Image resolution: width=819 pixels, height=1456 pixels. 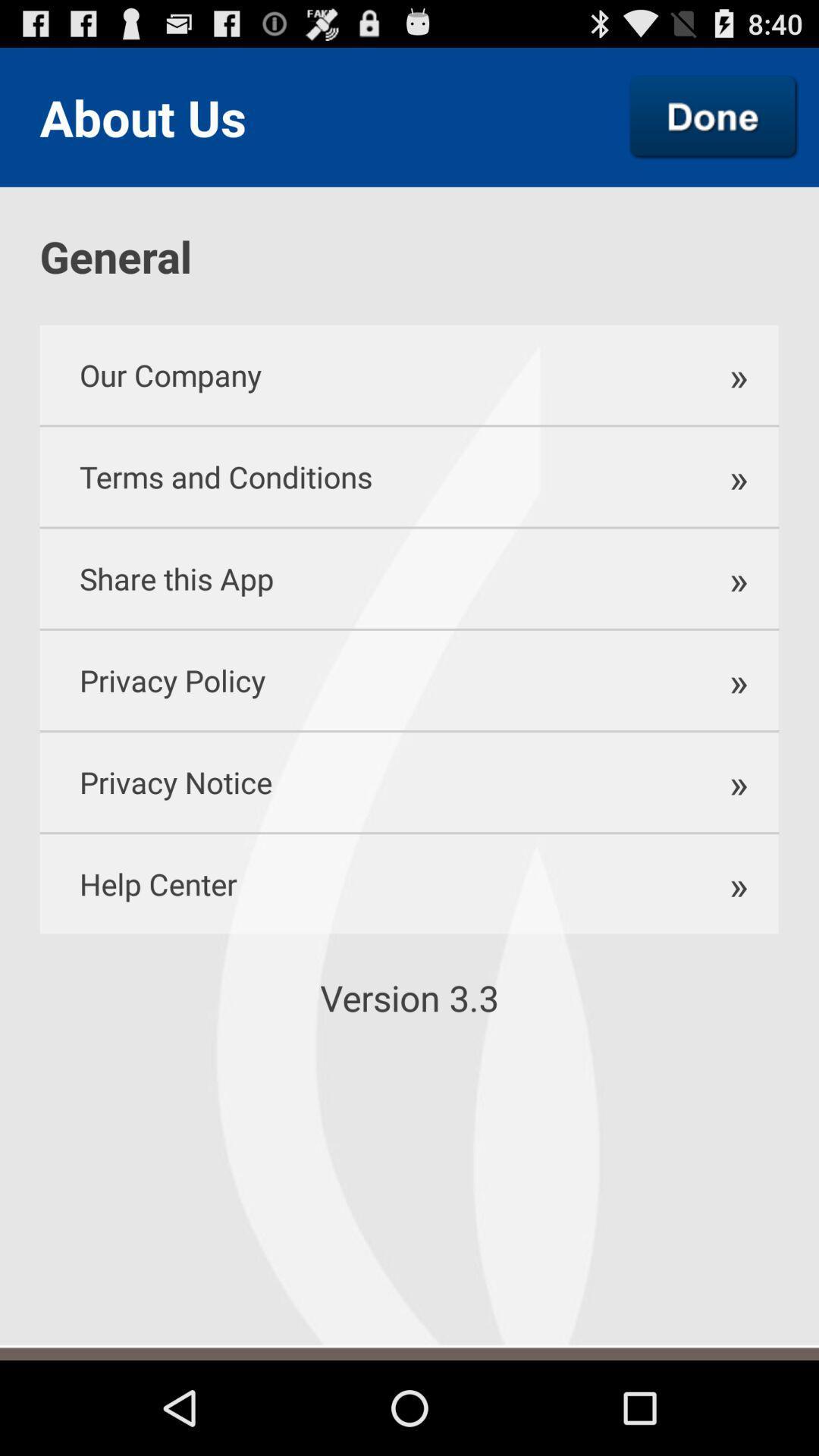 I want to click on the share this app, so click(x=362, y=578).